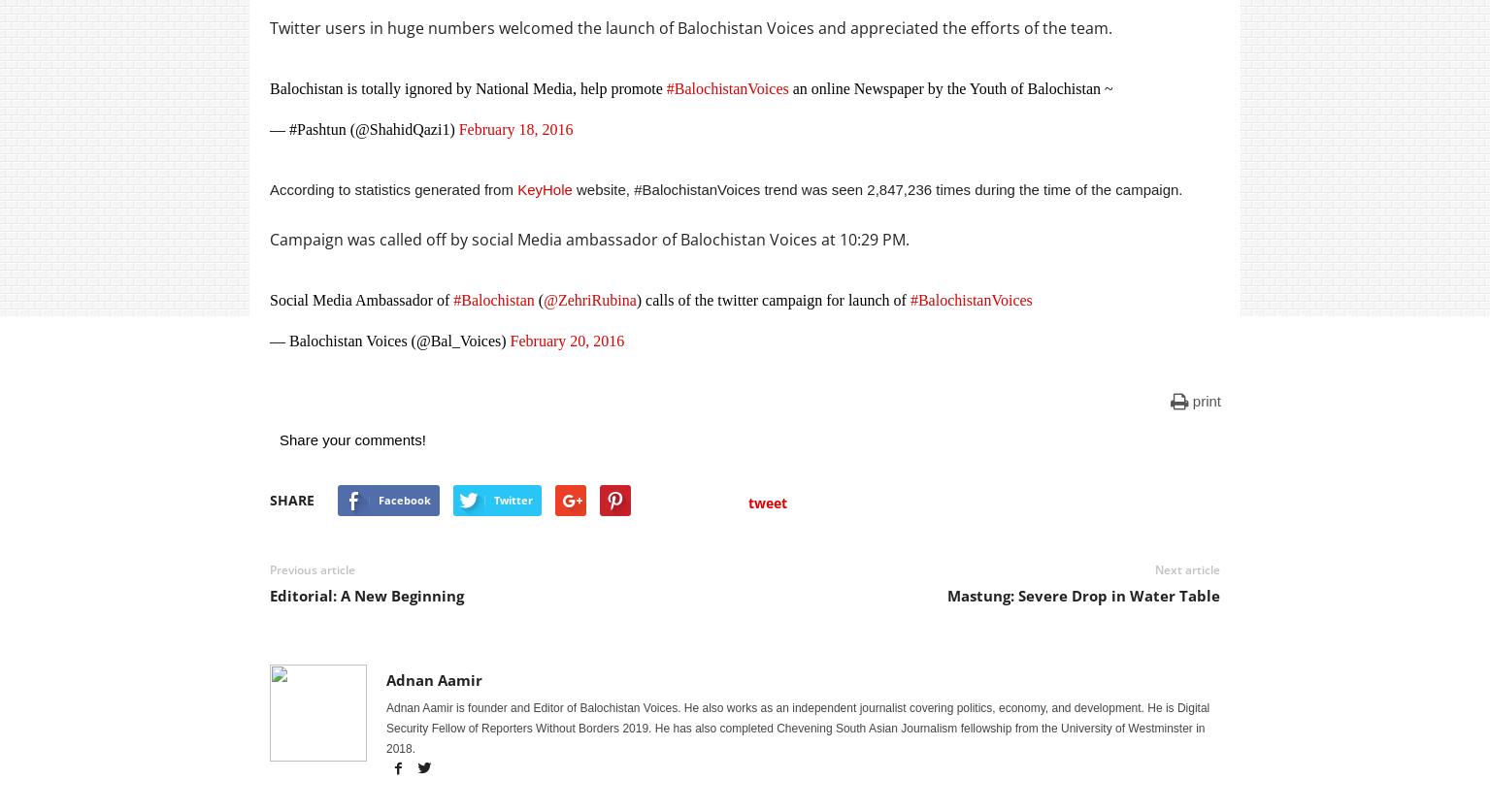 The height and width of the screenshot is (812, 1490). I want to click on '#Balochistan', so click(451, 300).